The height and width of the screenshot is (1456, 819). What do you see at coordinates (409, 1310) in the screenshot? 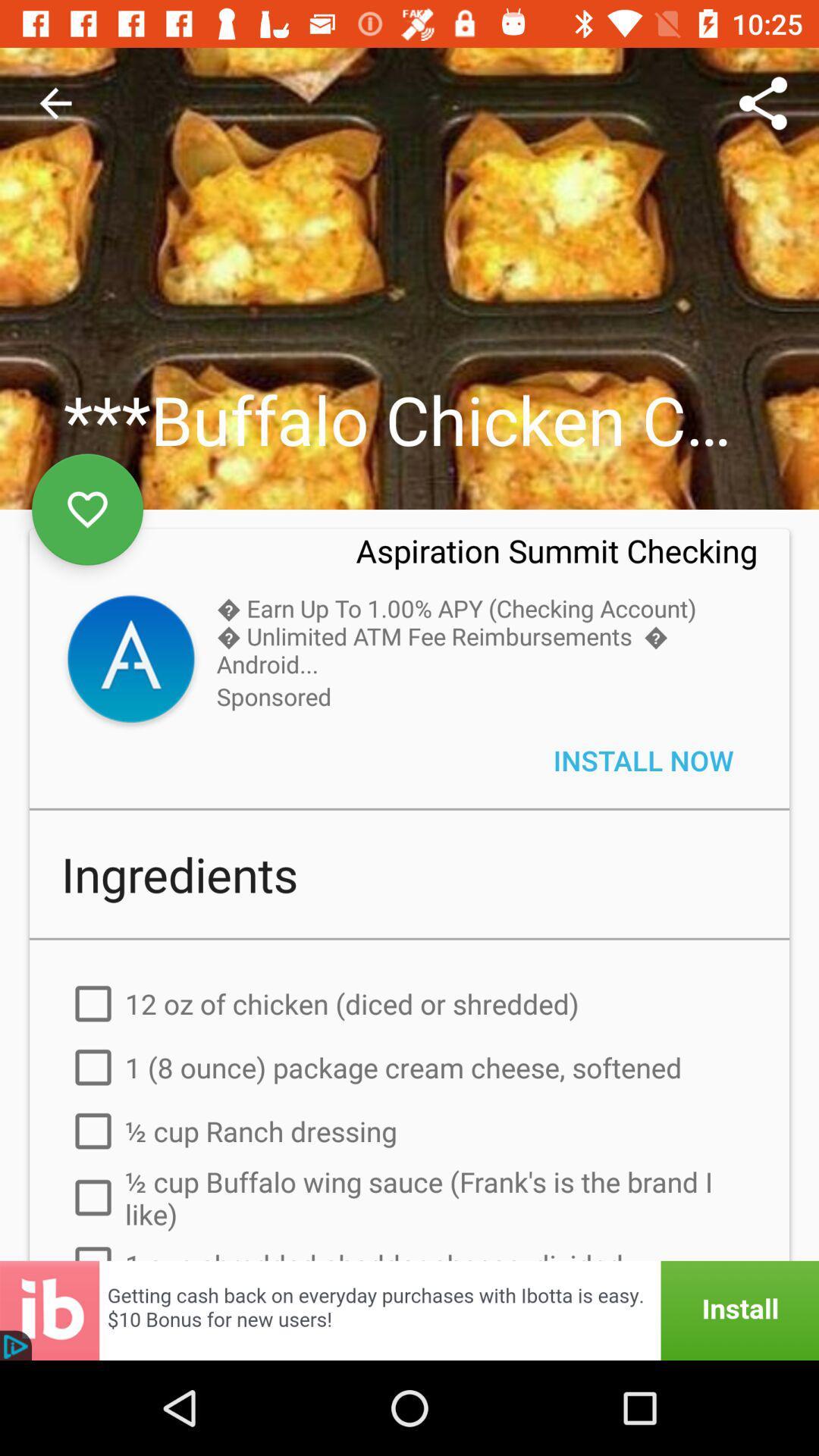
I see `advertisement` at bounding box center [409, 1310].